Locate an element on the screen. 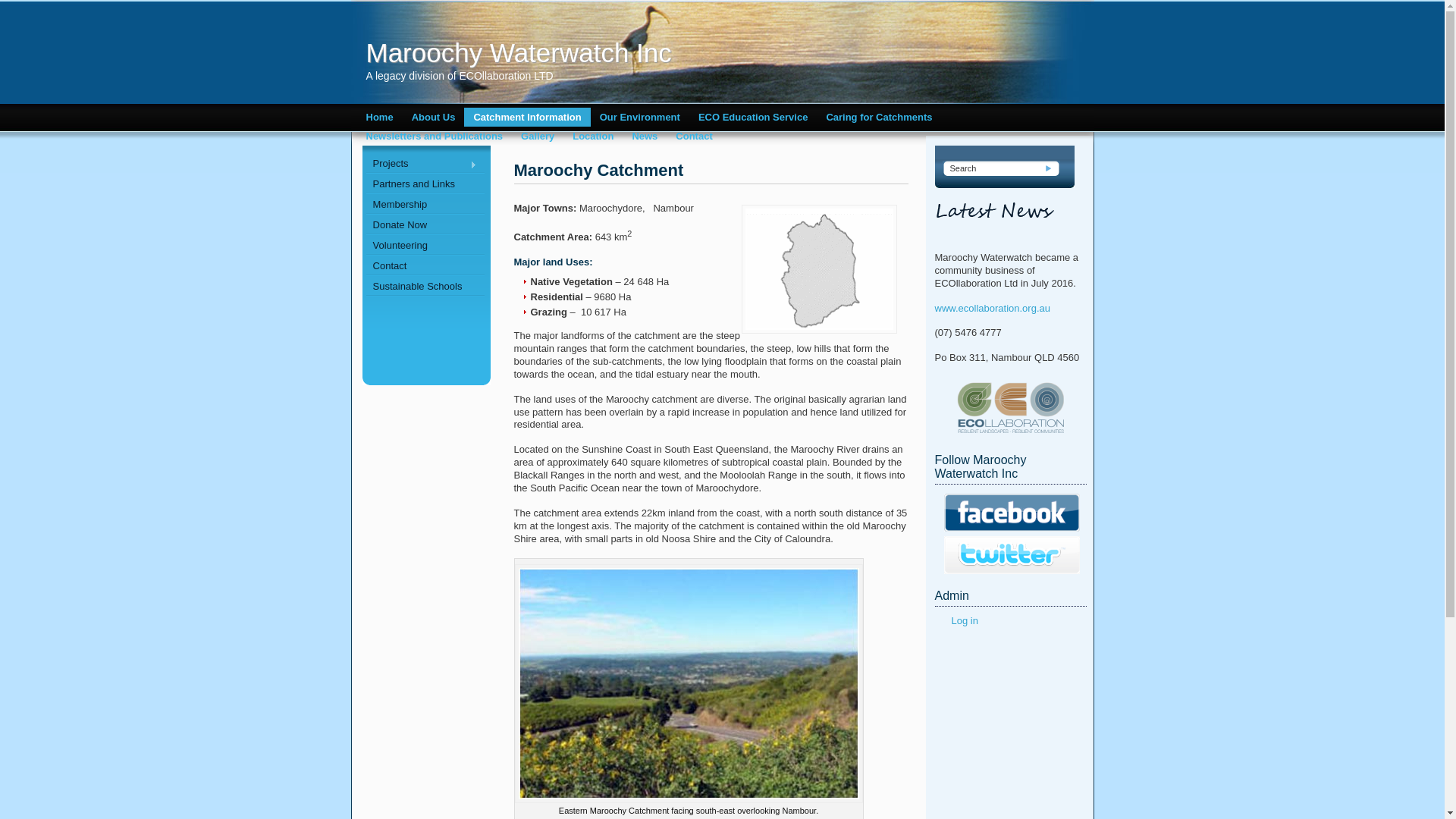  'Caring for Catchments' is located at coordinates (878, 116).